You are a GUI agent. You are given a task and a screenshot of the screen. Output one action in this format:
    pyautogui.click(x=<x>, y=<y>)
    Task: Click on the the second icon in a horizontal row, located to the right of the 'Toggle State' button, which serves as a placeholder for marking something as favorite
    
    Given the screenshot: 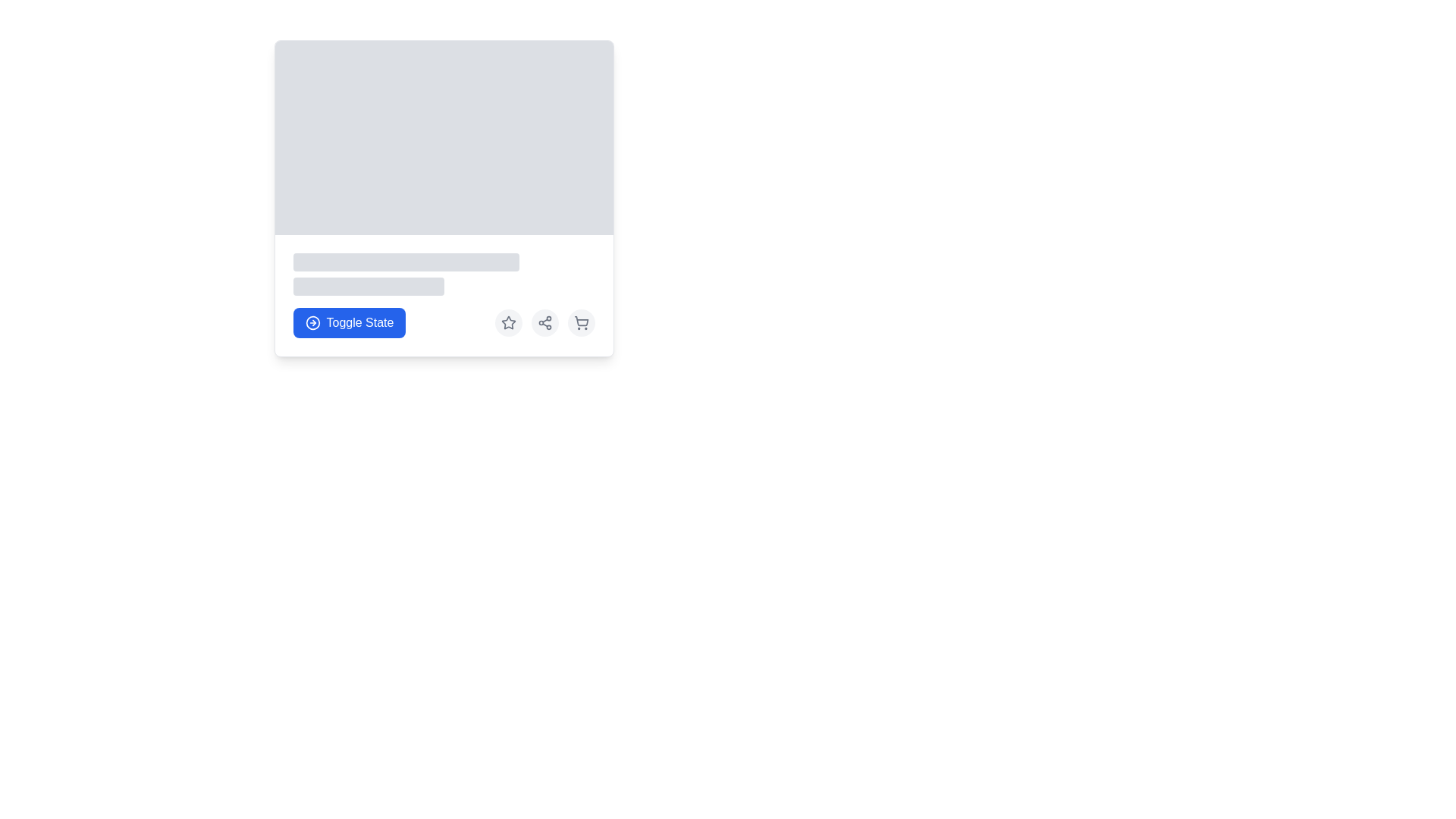 What is the action you would take?
    pyautogui.click(x=508, y=322)
    